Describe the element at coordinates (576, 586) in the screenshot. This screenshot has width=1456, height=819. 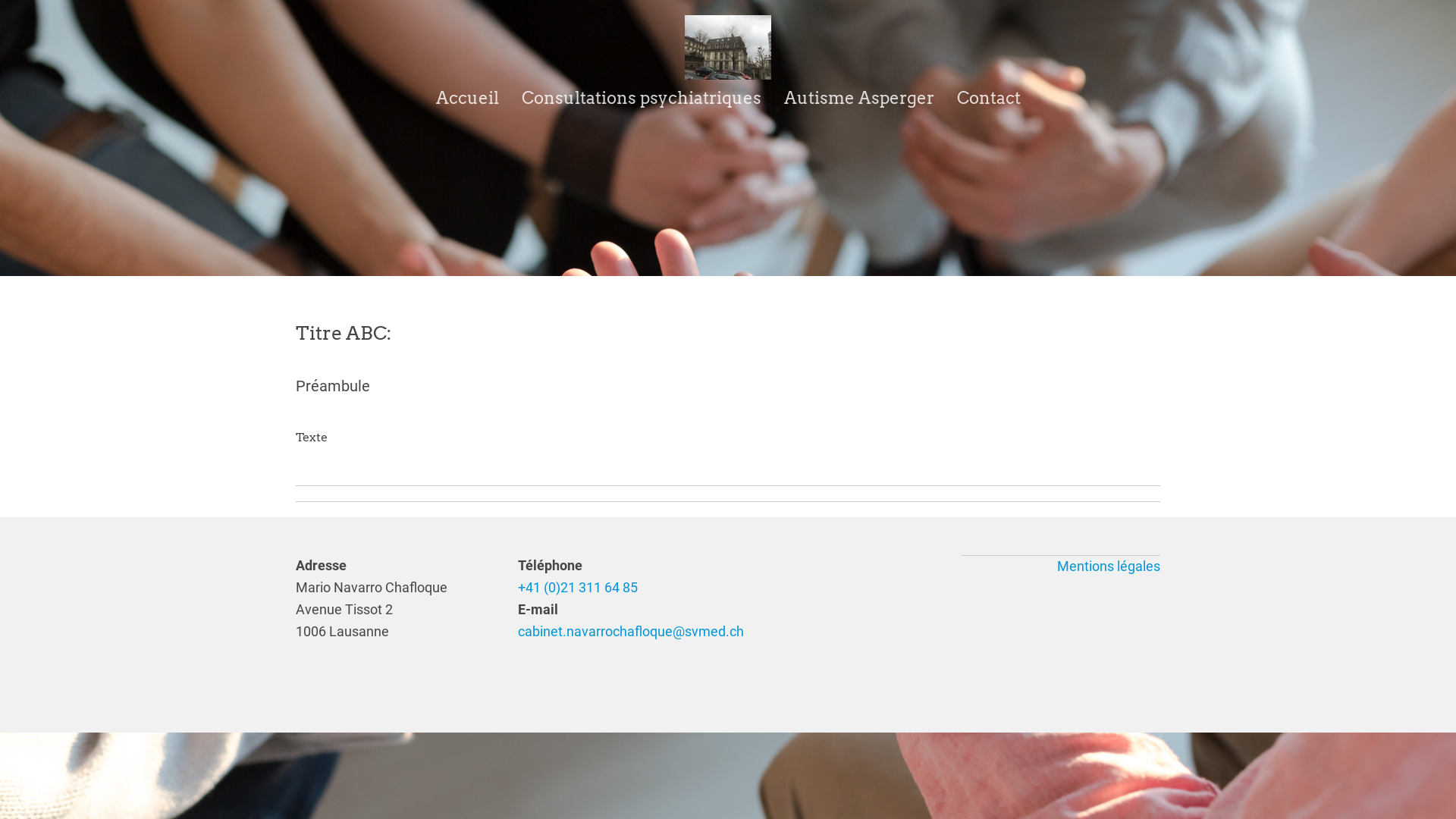
I see `'+41 (0)21 311 64 85'` at that location.